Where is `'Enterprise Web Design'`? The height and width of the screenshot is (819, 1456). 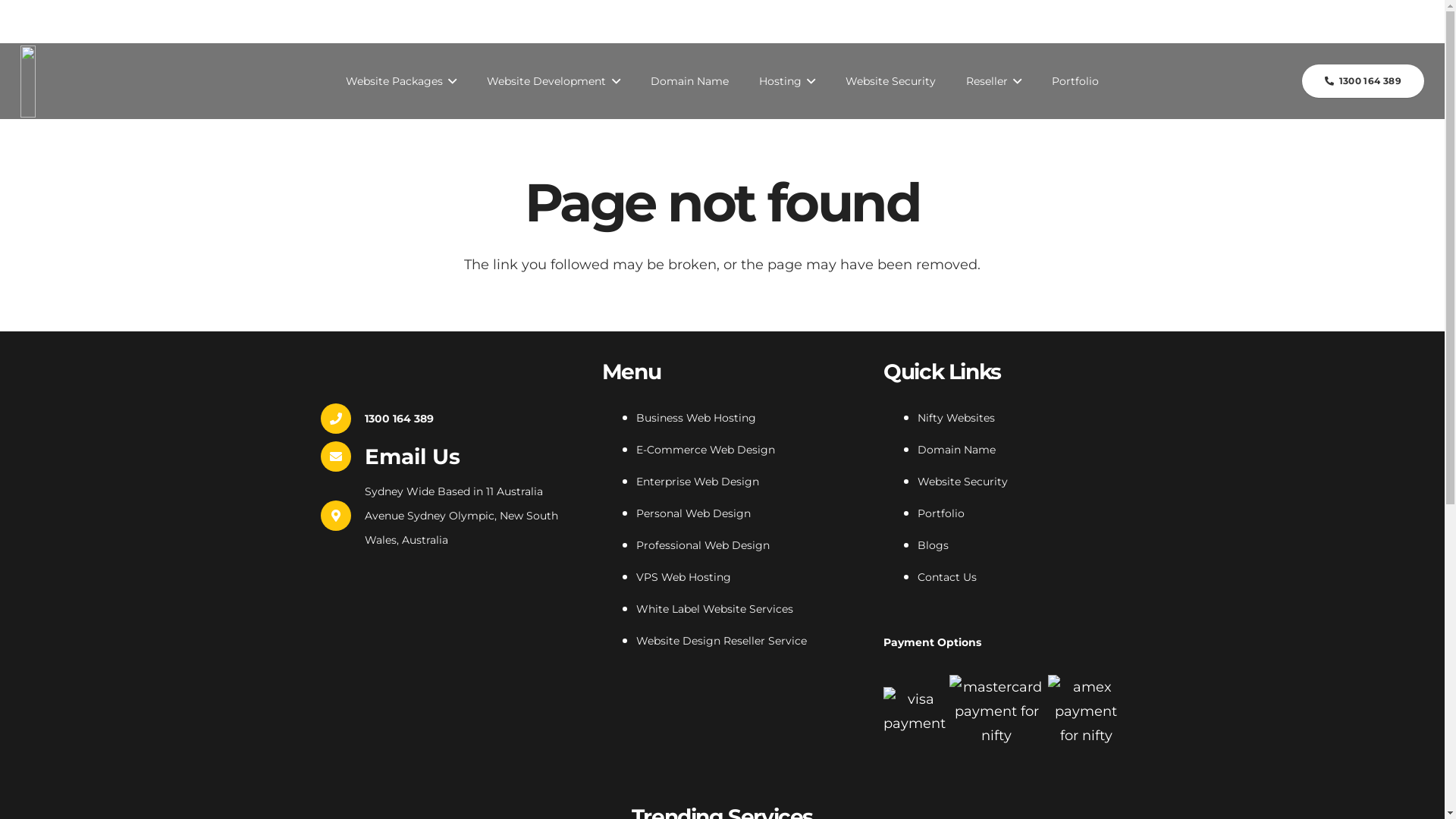 'Enterprise Web Design' is located at coordinates (697, 482).